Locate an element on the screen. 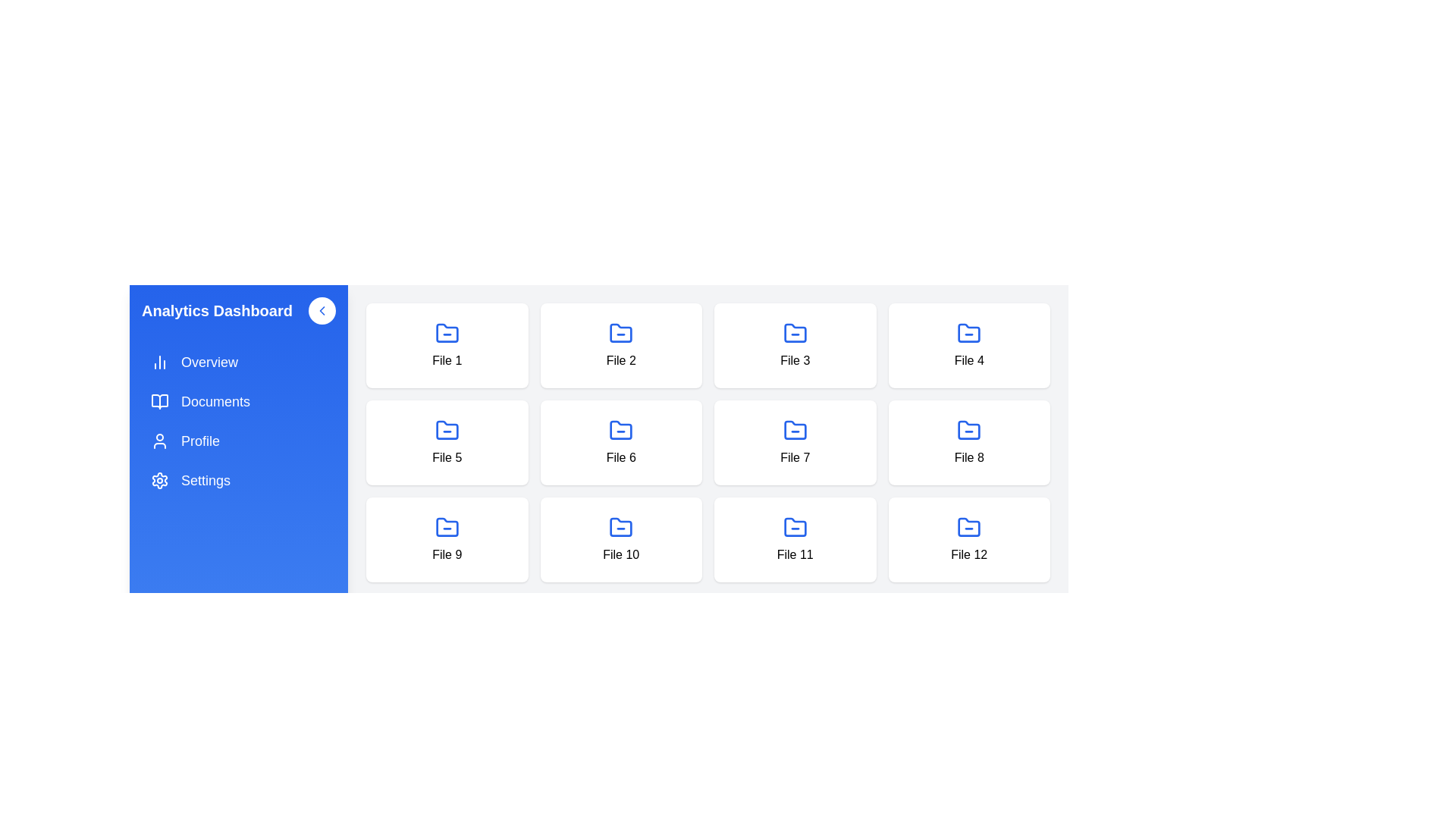 The image size is (1456, 819). the 'Documents' menu item in the sidebar to navigate to the 'Documents' section is located at coordinates (238, 400).